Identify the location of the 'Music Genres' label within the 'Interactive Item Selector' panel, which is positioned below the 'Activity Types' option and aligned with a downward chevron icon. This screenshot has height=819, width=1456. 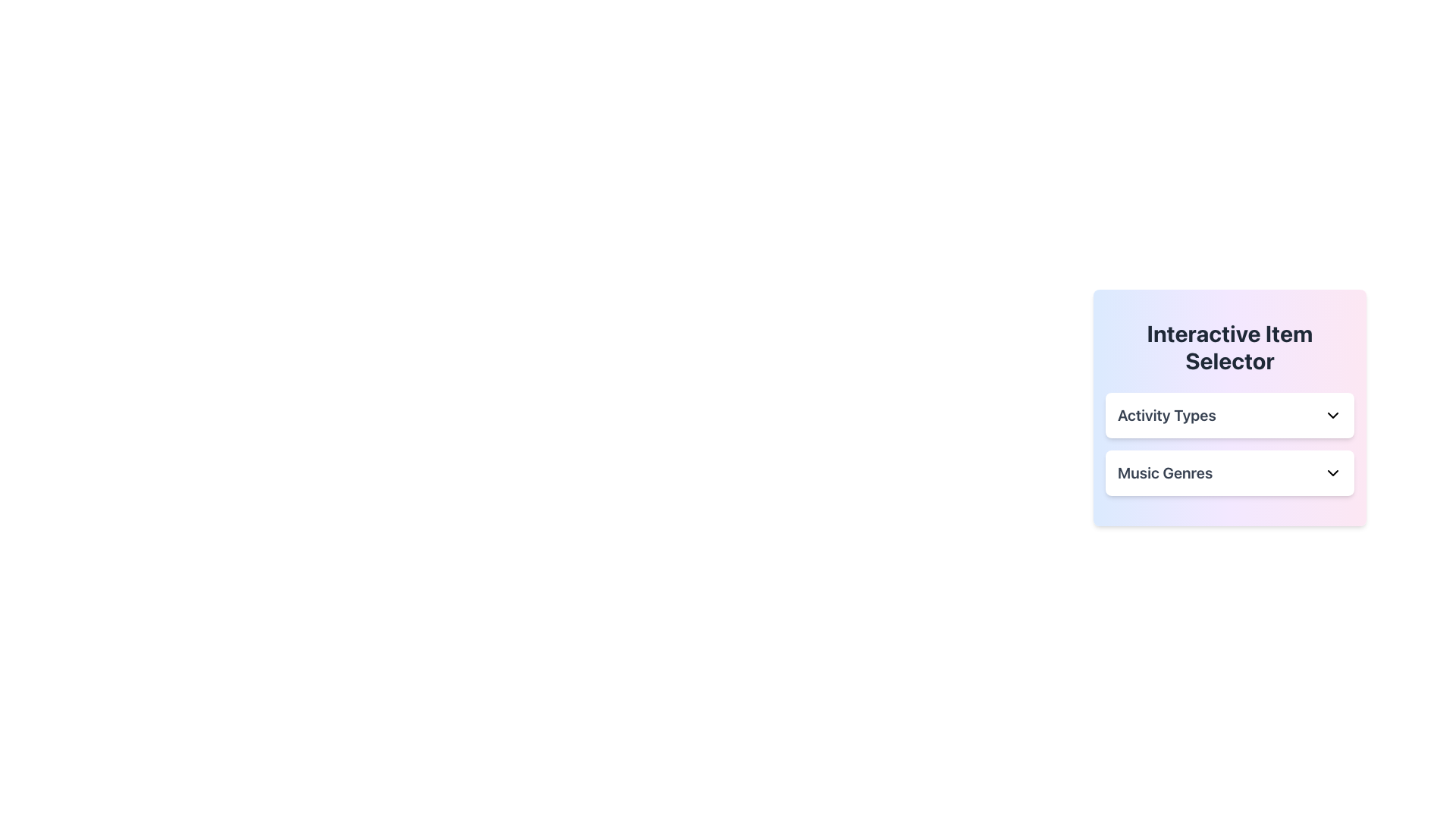
(1164, 472).